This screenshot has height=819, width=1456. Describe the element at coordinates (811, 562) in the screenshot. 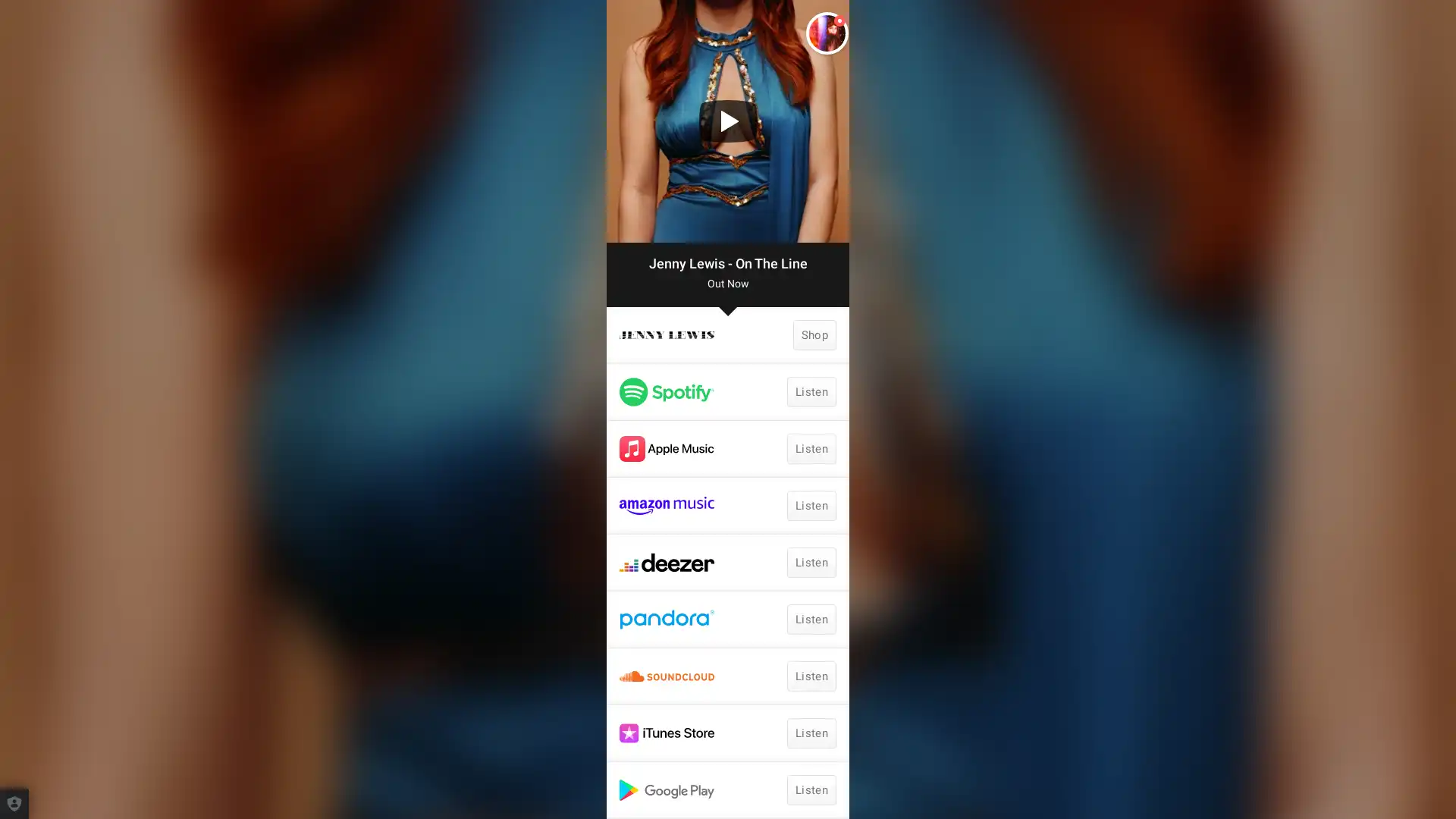

I see `Listen` at that location.